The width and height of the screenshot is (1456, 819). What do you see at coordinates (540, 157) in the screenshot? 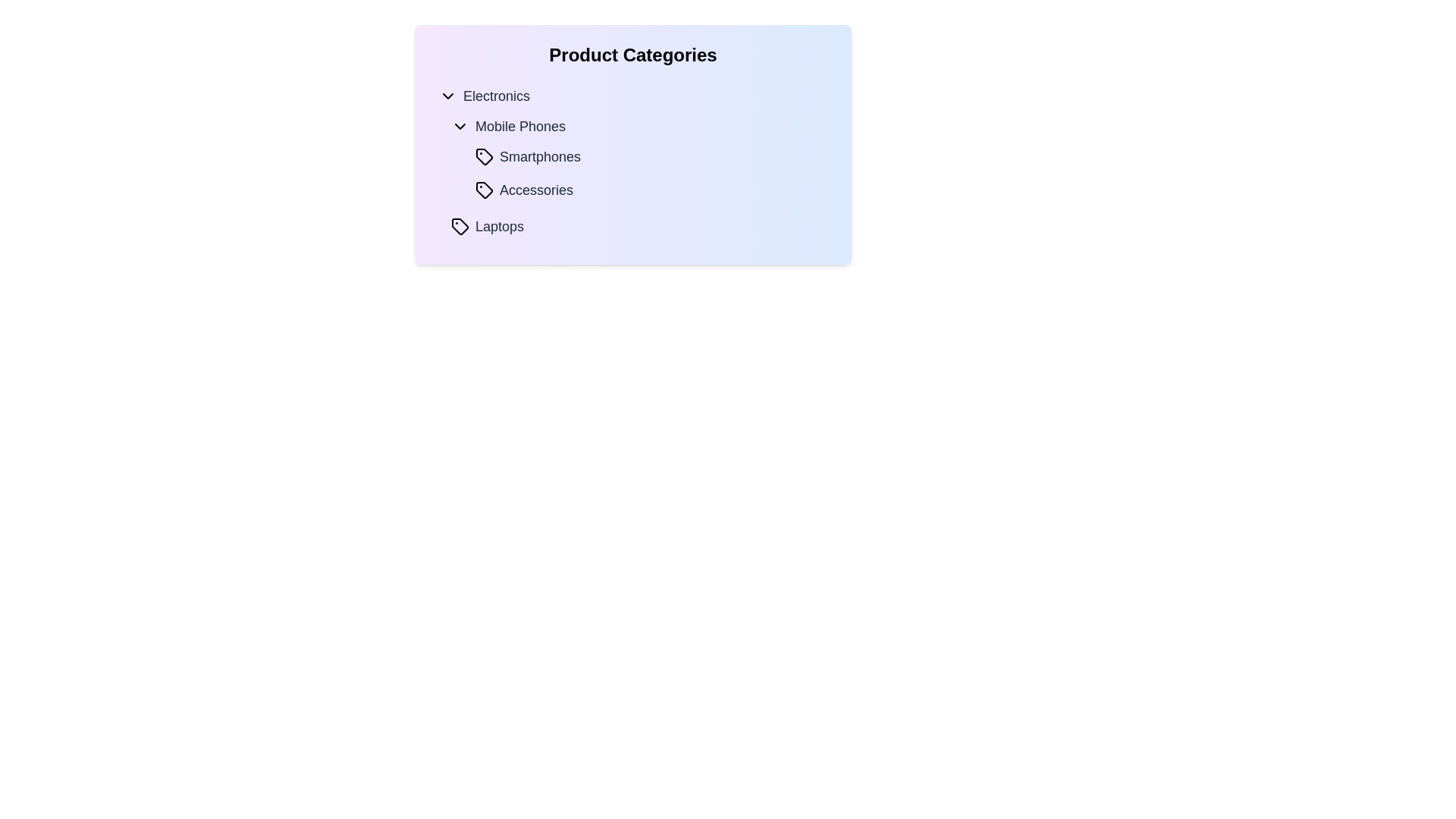
I see `the text label 'Smartphones'` at bounding box center [540, 157].